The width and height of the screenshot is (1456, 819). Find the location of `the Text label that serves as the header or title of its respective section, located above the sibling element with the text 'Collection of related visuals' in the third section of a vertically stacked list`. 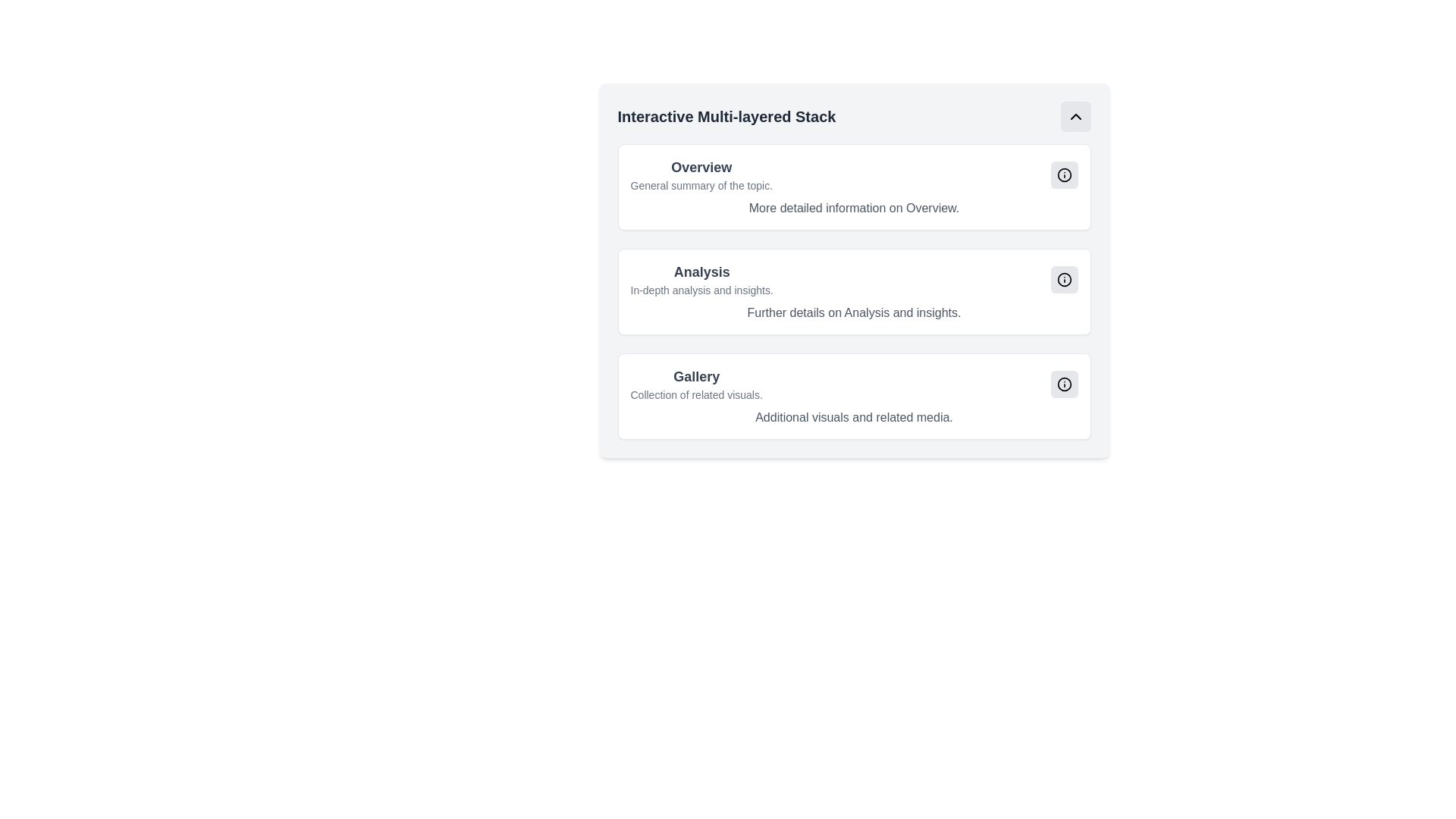

the Text label that serves as the header or title of its respective section, located above the sibling element with the text 'Collection of related visuals' in the third section of a vertically stacked list is located at coordinates (695, 376).